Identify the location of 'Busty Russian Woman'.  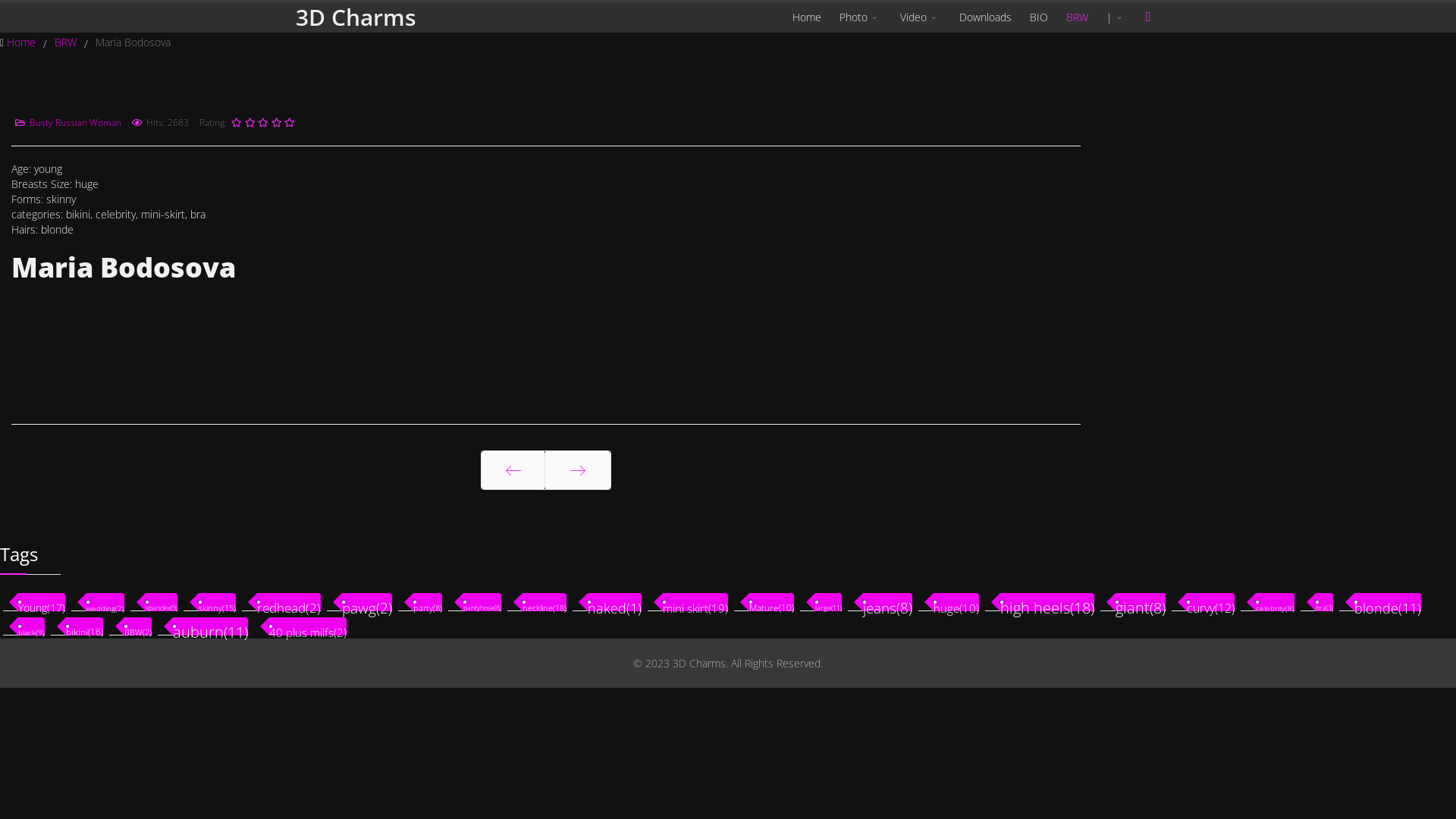
(74, 121).